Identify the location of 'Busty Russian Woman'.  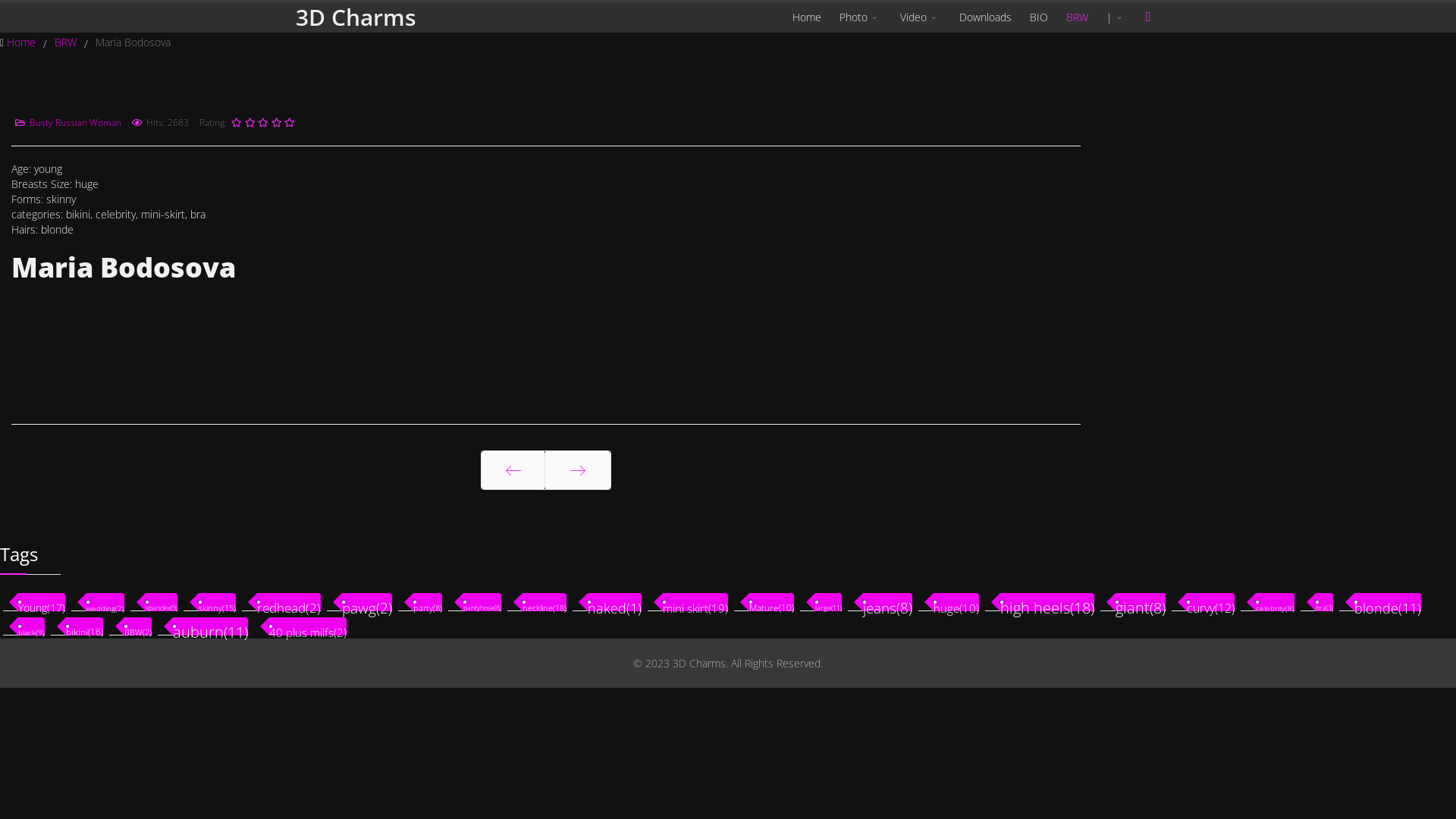
(74, 121).